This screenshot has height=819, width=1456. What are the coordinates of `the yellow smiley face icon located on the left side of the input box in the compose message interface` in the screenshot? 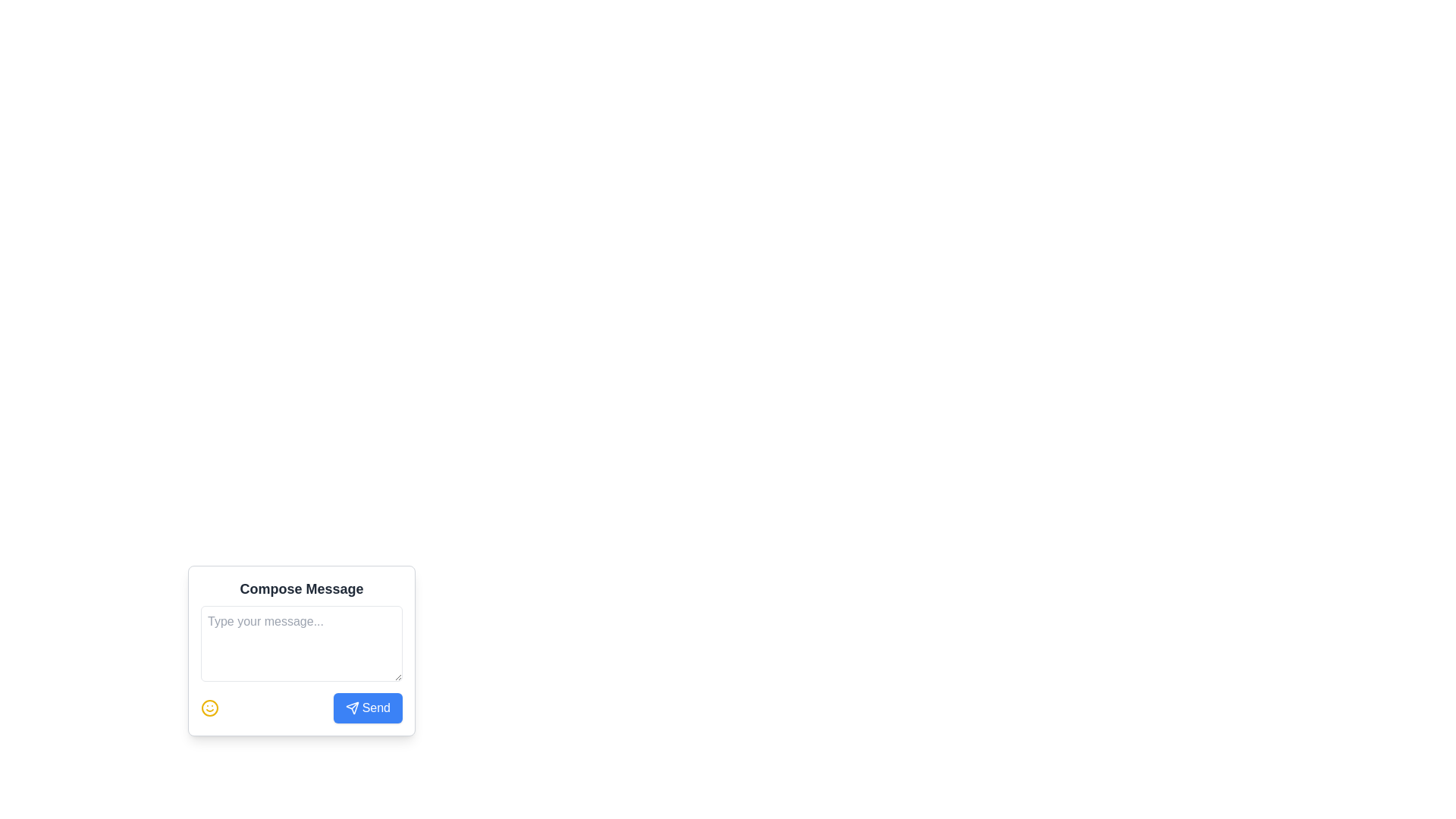 It's located at (209, 708).